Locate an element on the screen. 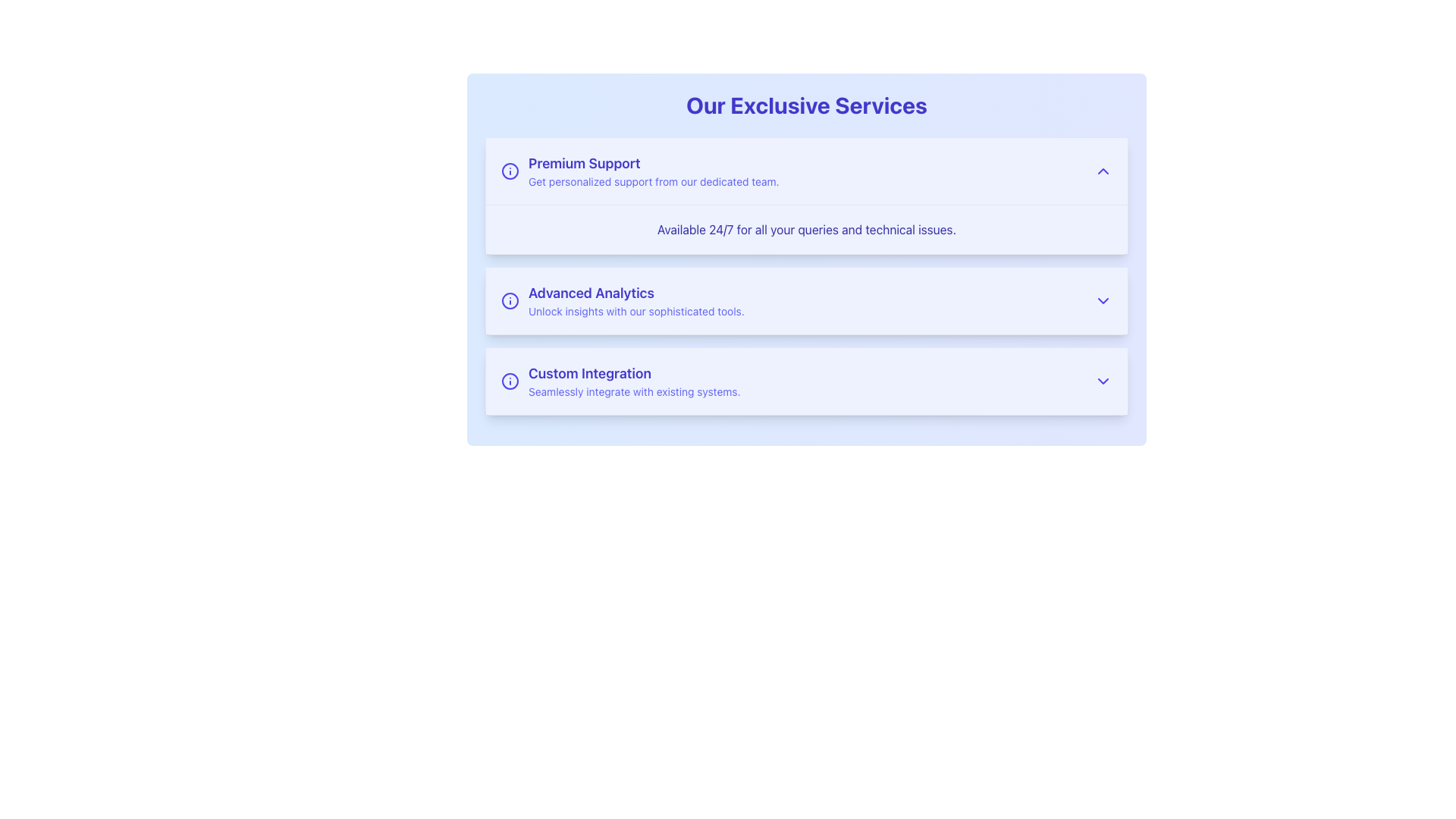 This screenshot has width=1456, height=819. the downward-facing chevron icon button for toggling content visibility located at the far right of the 'Custom Integration' section in the 'Our Exclusive Services' interface is located at coordinates (1103, 380).